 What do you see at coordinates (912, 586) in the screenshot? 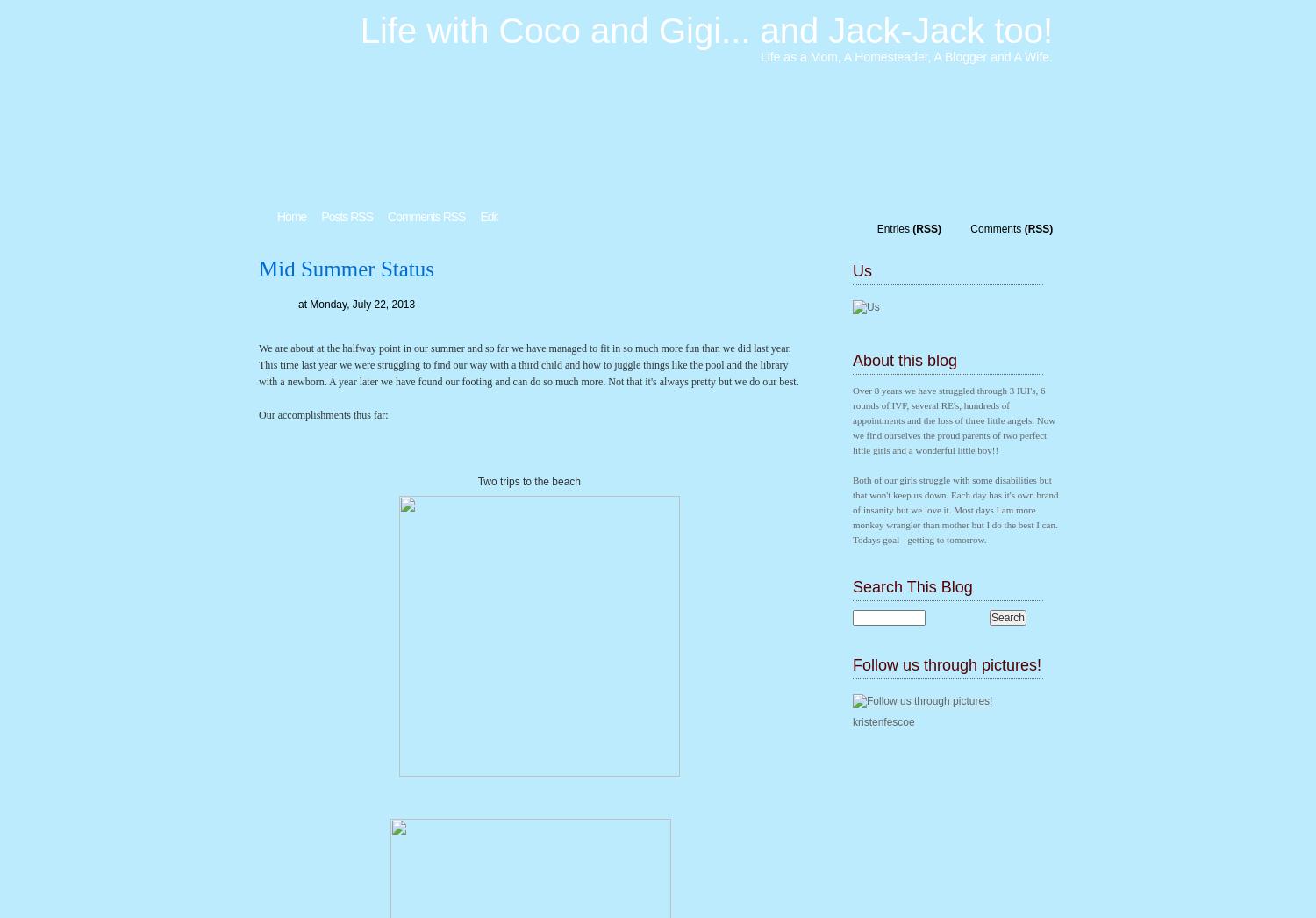
I see `'Search This Blog'` at bounding box center [912, 586].